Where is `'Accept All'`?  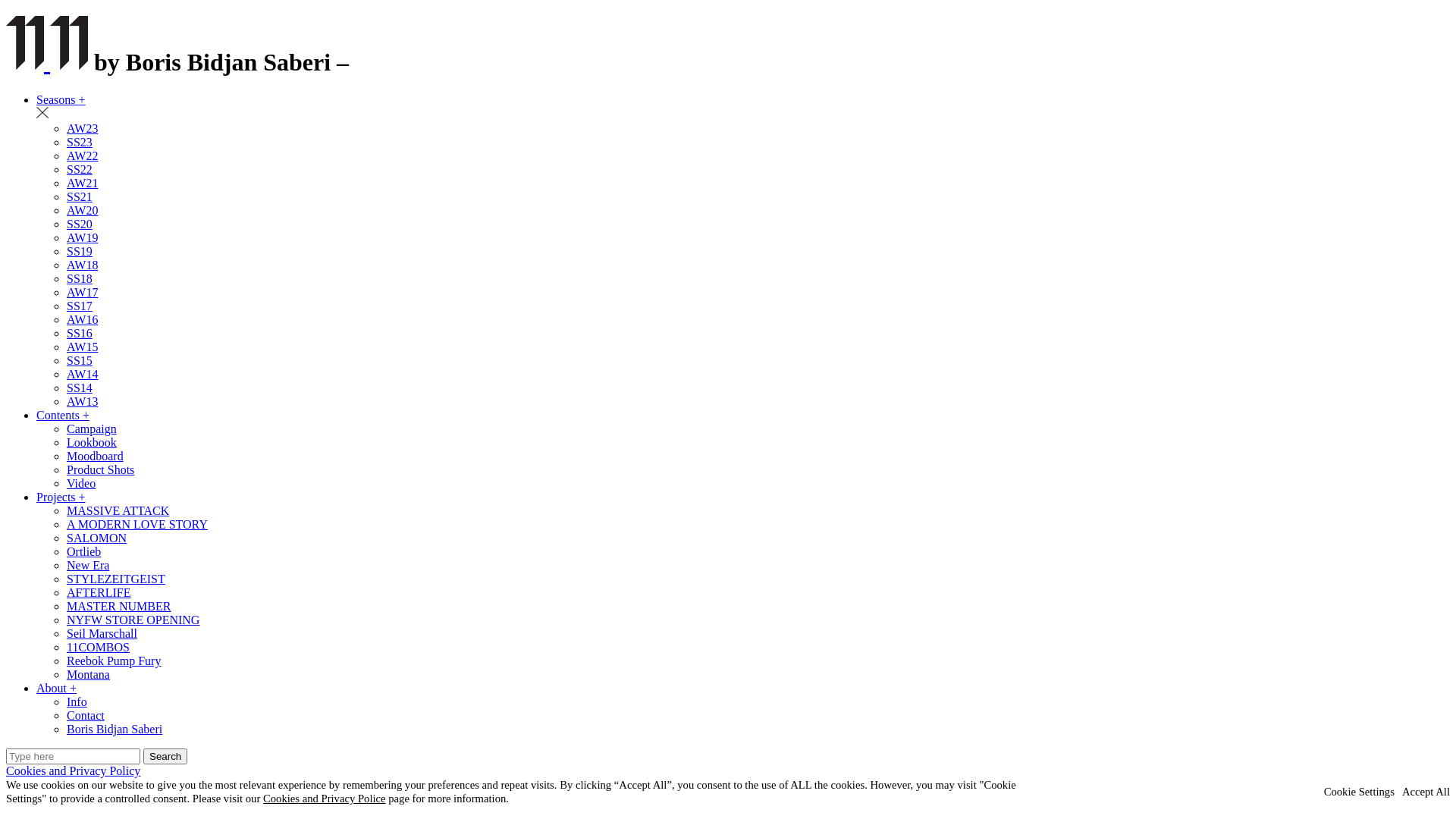
'Accept All' is located at coordinates (1425, 791).